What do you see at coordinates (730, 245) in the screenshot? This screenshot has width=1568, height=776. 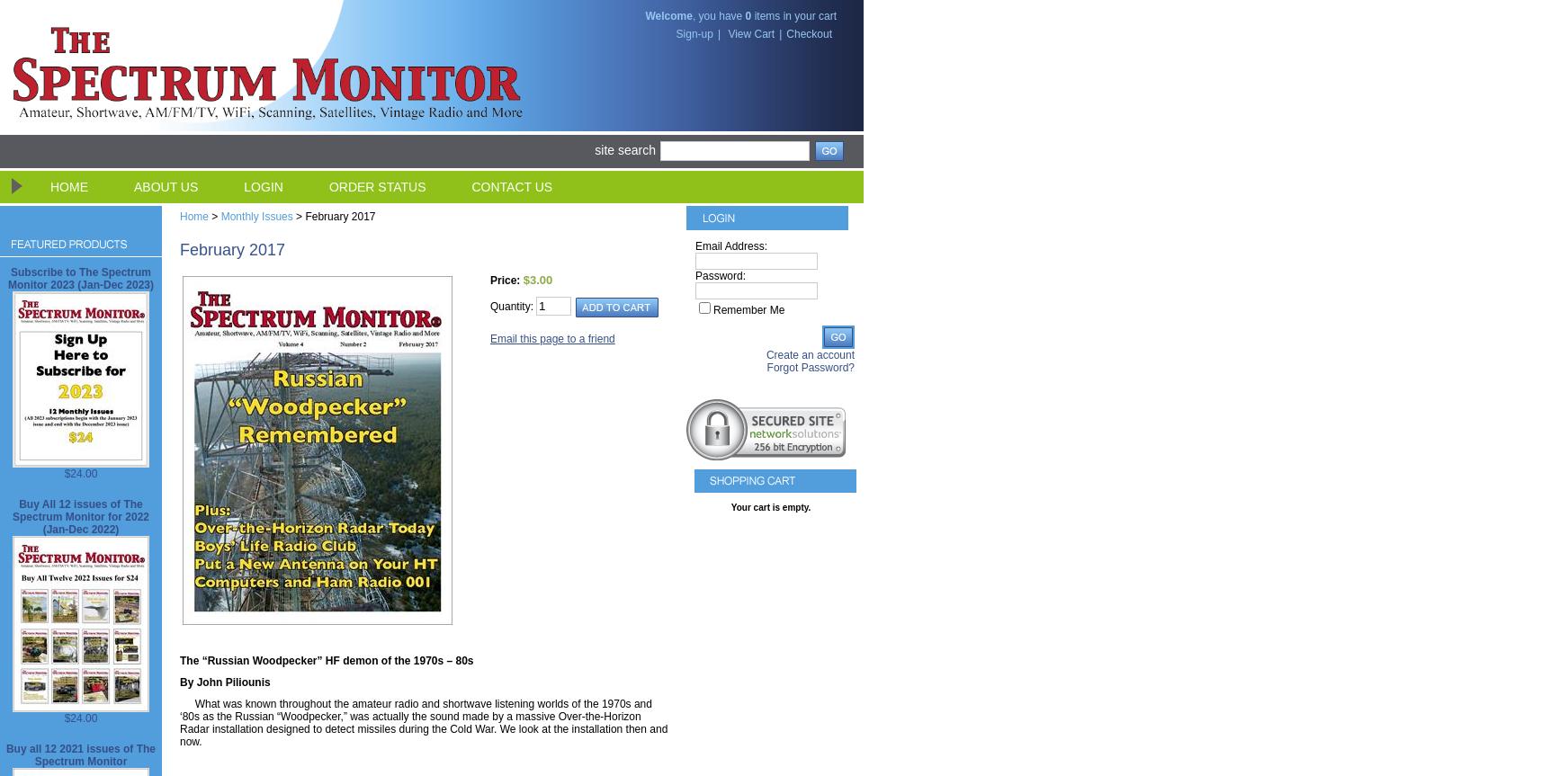 I see `'Email Address:'` at bounding box center [730, 245].